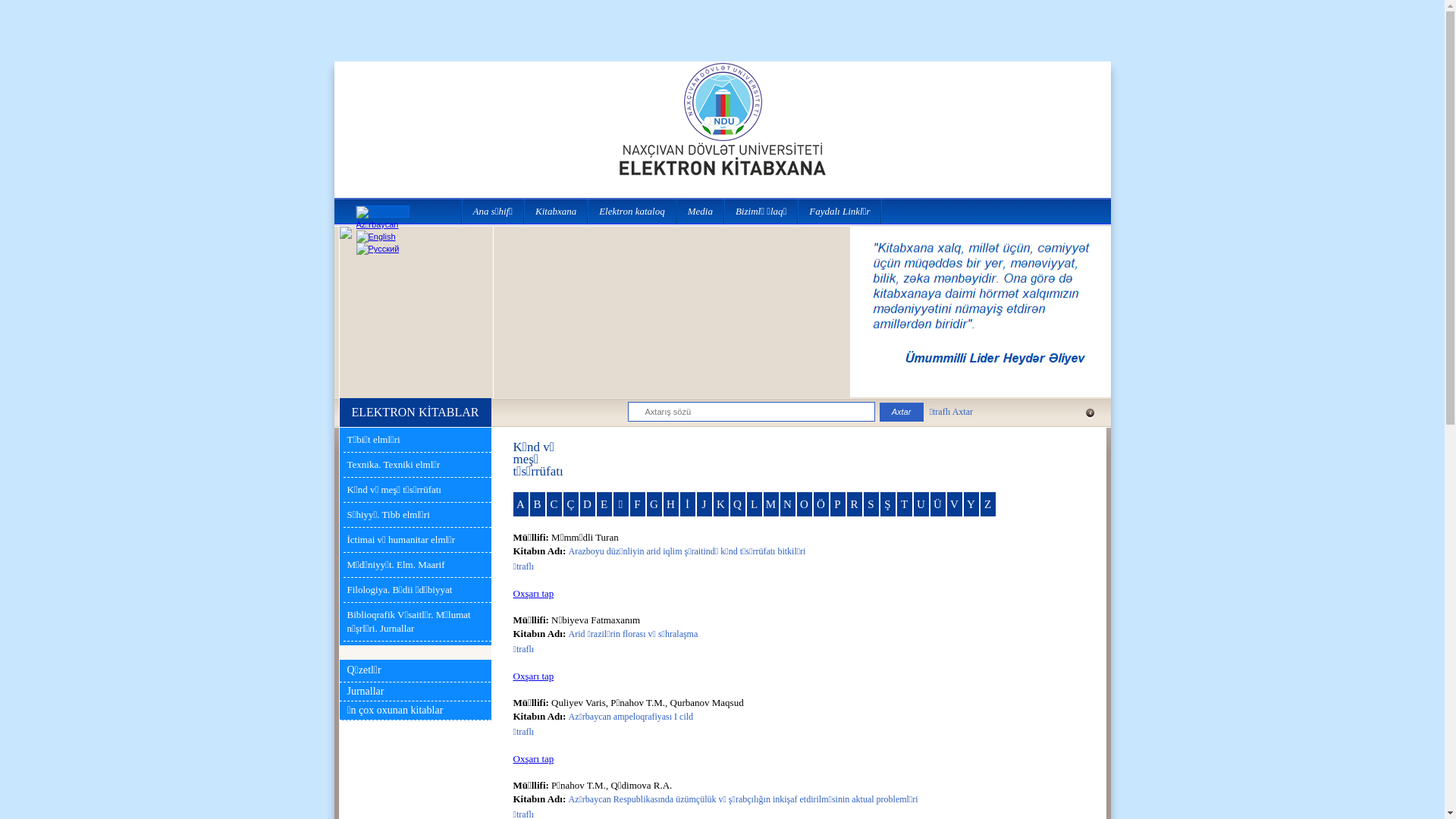 The image size is (1456, 819). Describe the element at coordinates (870, 504) in the screenshot. I see `'S'` at that location.